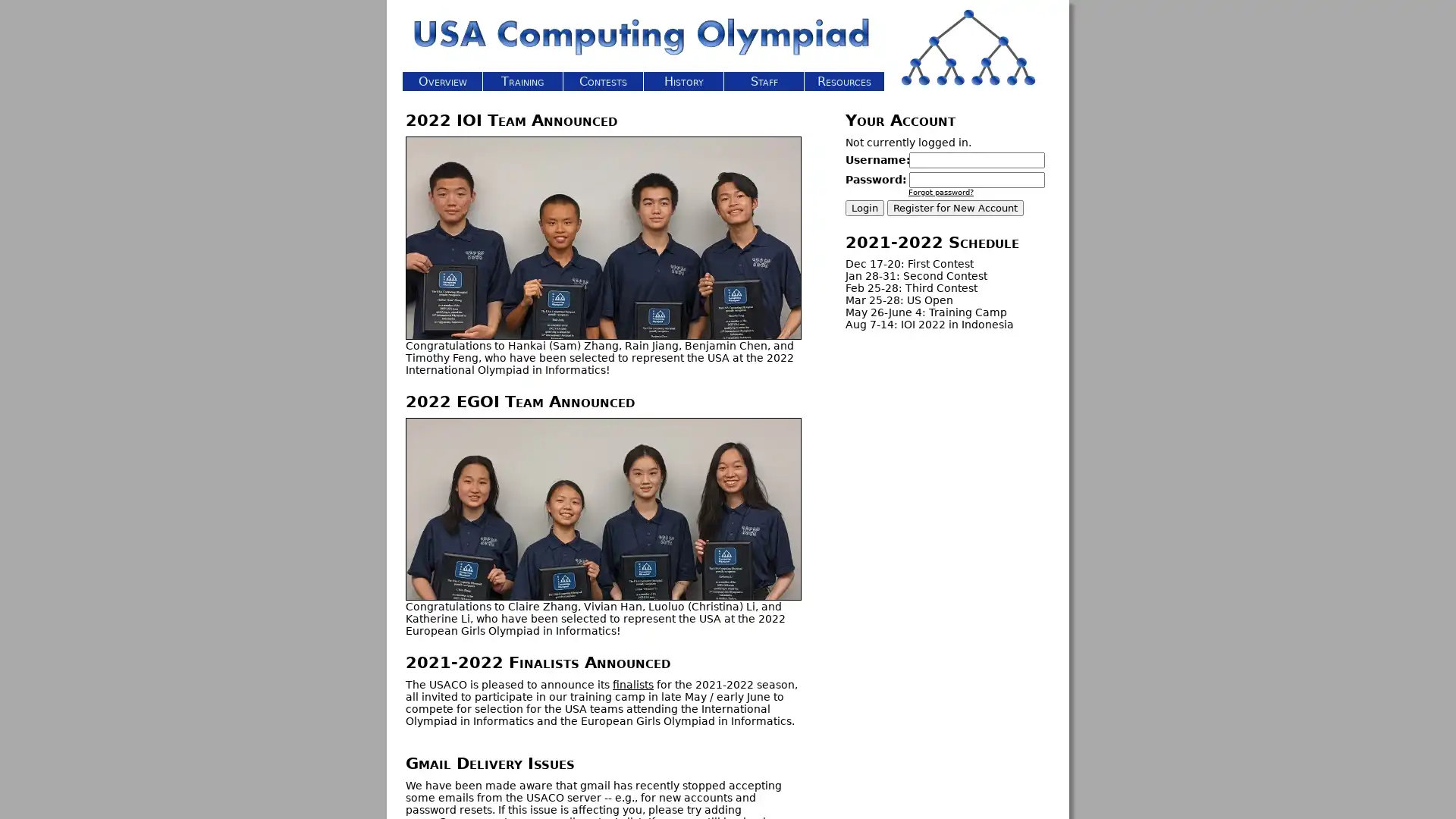 This screenshot has height=819, width=1456. What do you see at coordinates (864, 208) in the screenshot?
I see `Login` at bounding box center [864, 208].